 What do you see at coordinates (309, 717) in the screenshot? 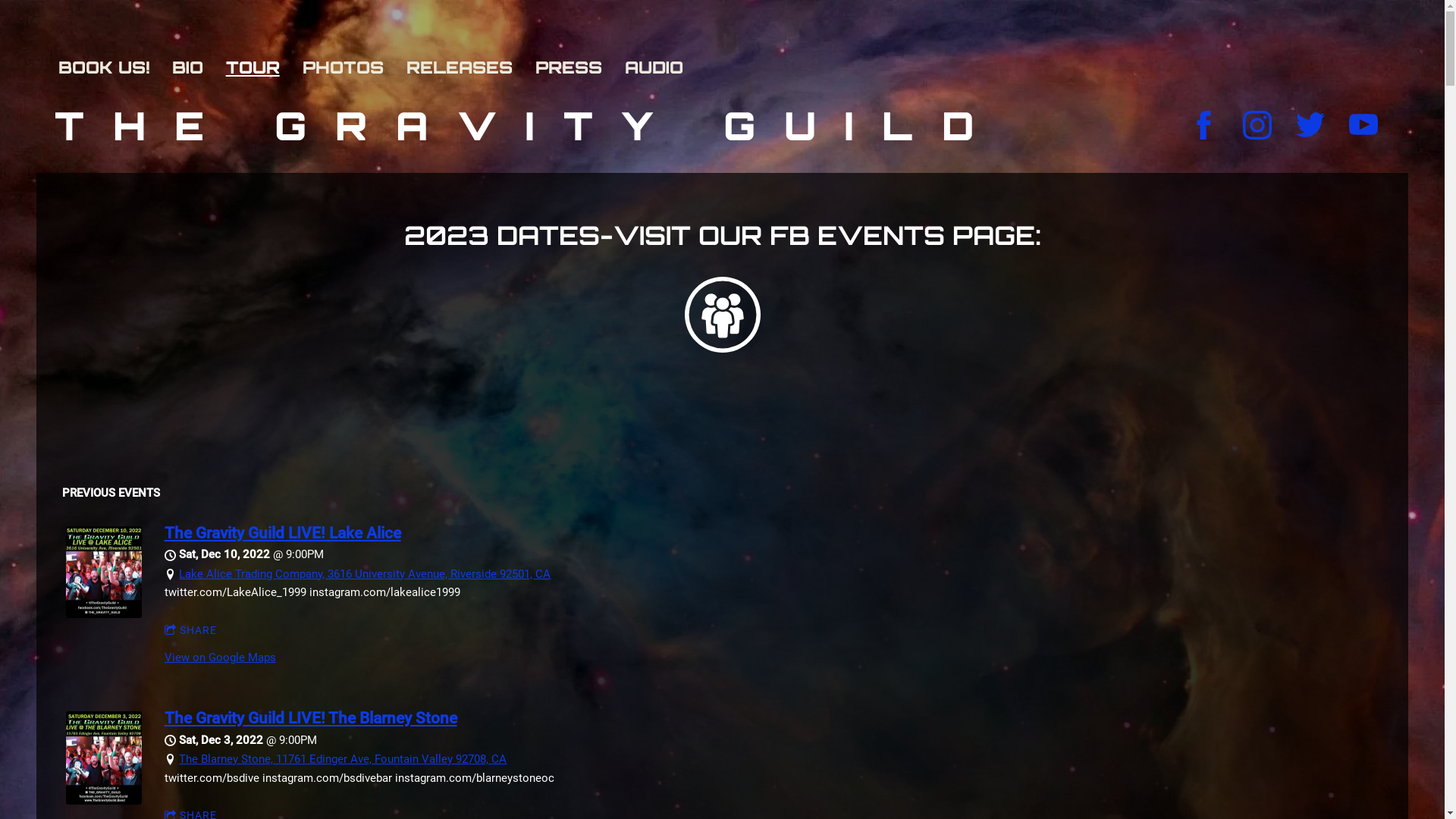
I see `'The Gravity Guild LIVE! The Blarney Stone'` at bounding box center [309, 717].